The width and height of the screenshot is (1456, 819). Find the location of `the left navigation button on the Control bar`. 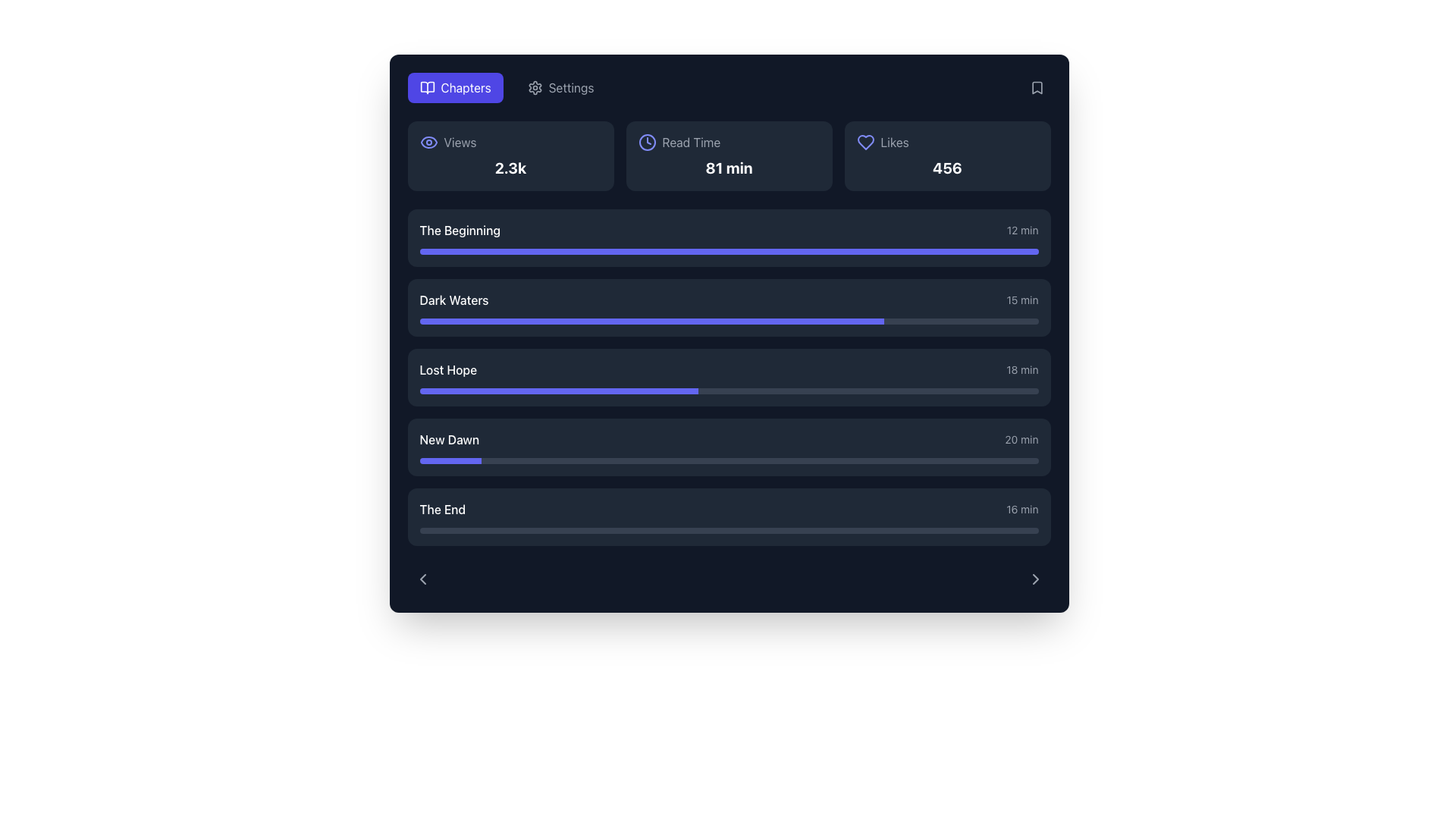

the left navigation button on the Control bar is located at coordinates (729, 579).